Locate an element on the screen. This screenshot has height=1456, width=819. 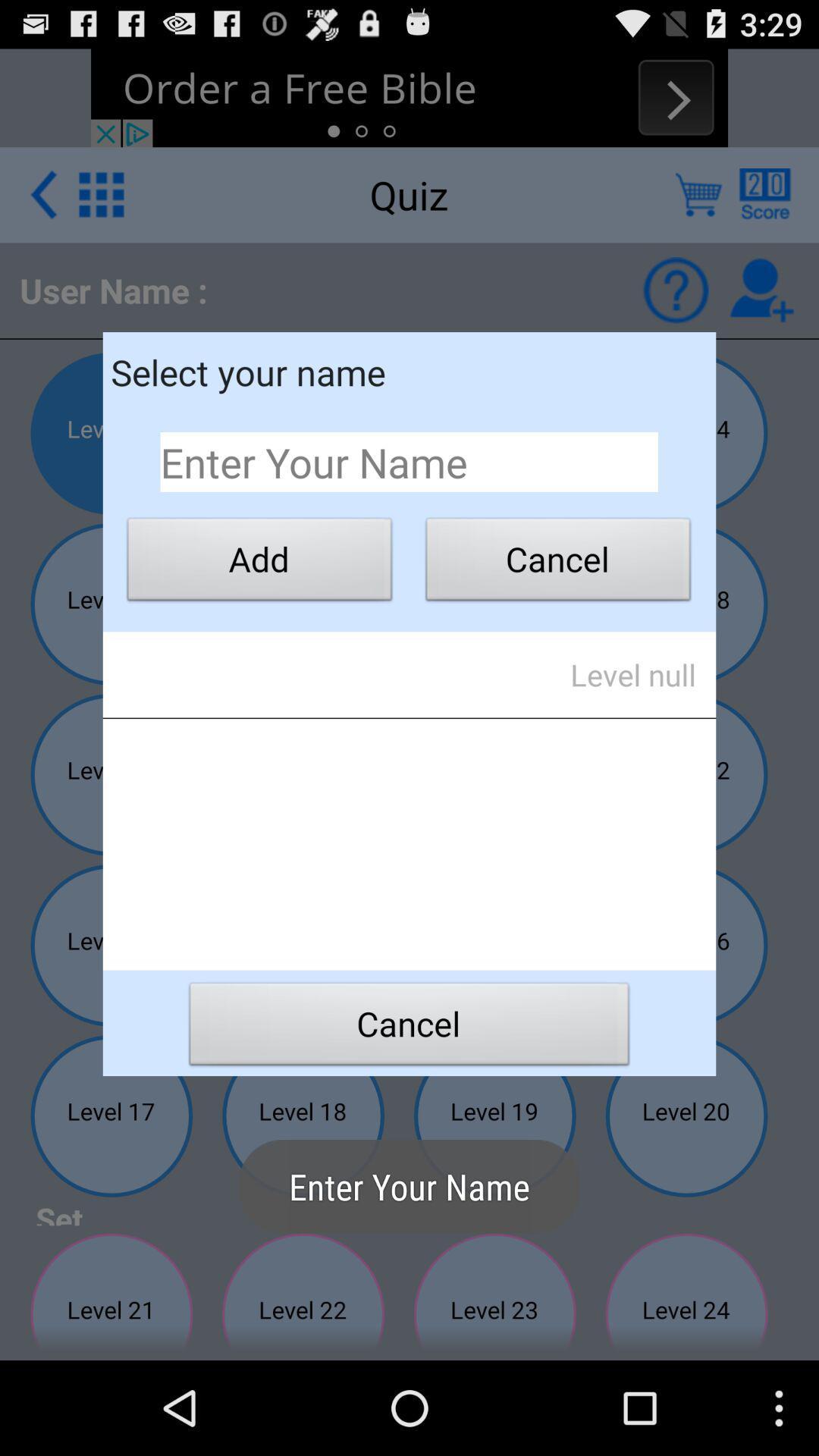
the arrow_backward icon is located at coordinates (42, 207).